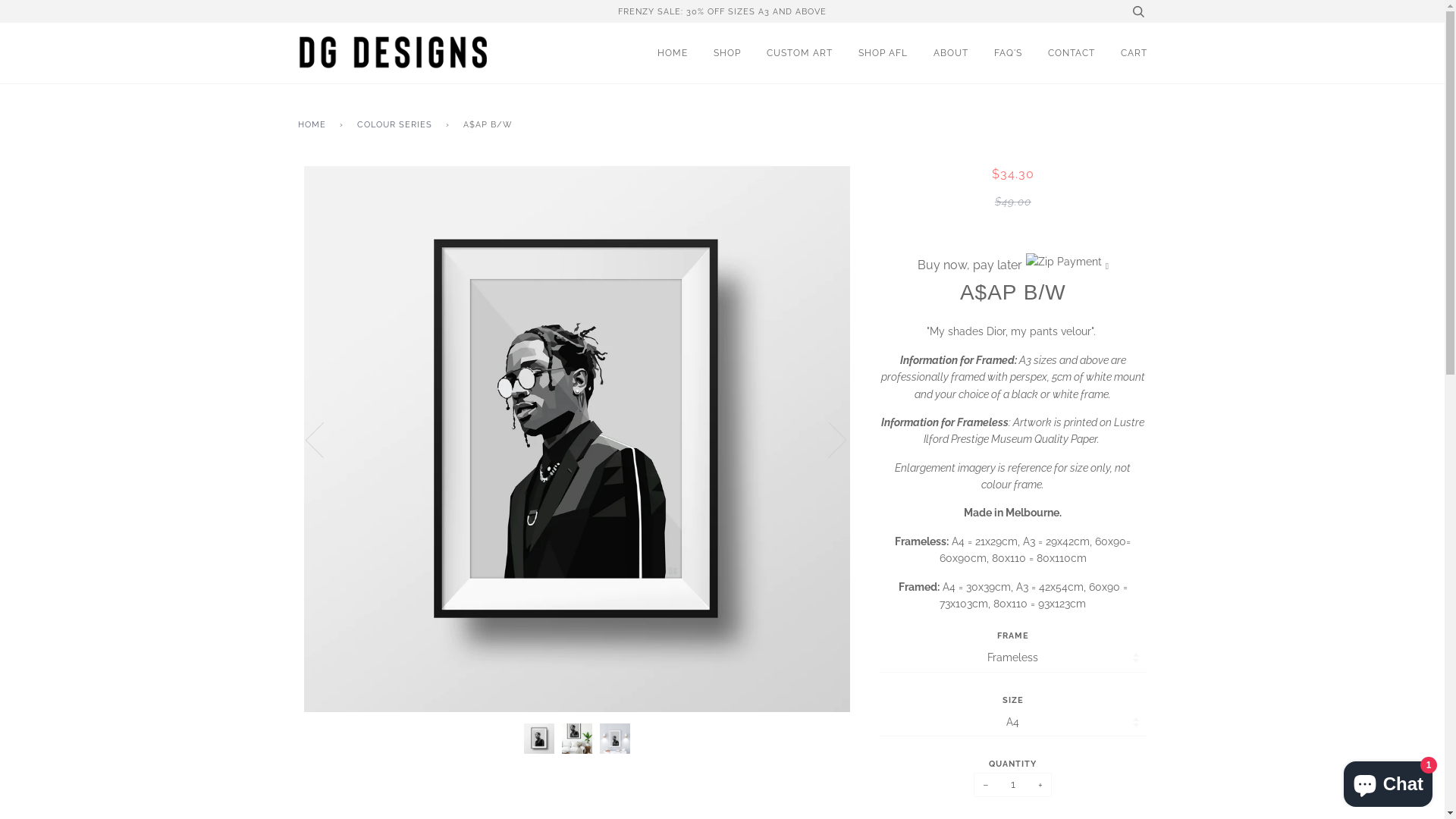 Image resolution: width=1456 pixels, height=819 pixels. Describe the element at coordinates (1339, 780) in the screenshot. I see `'Shopify online store chat'` at that location.